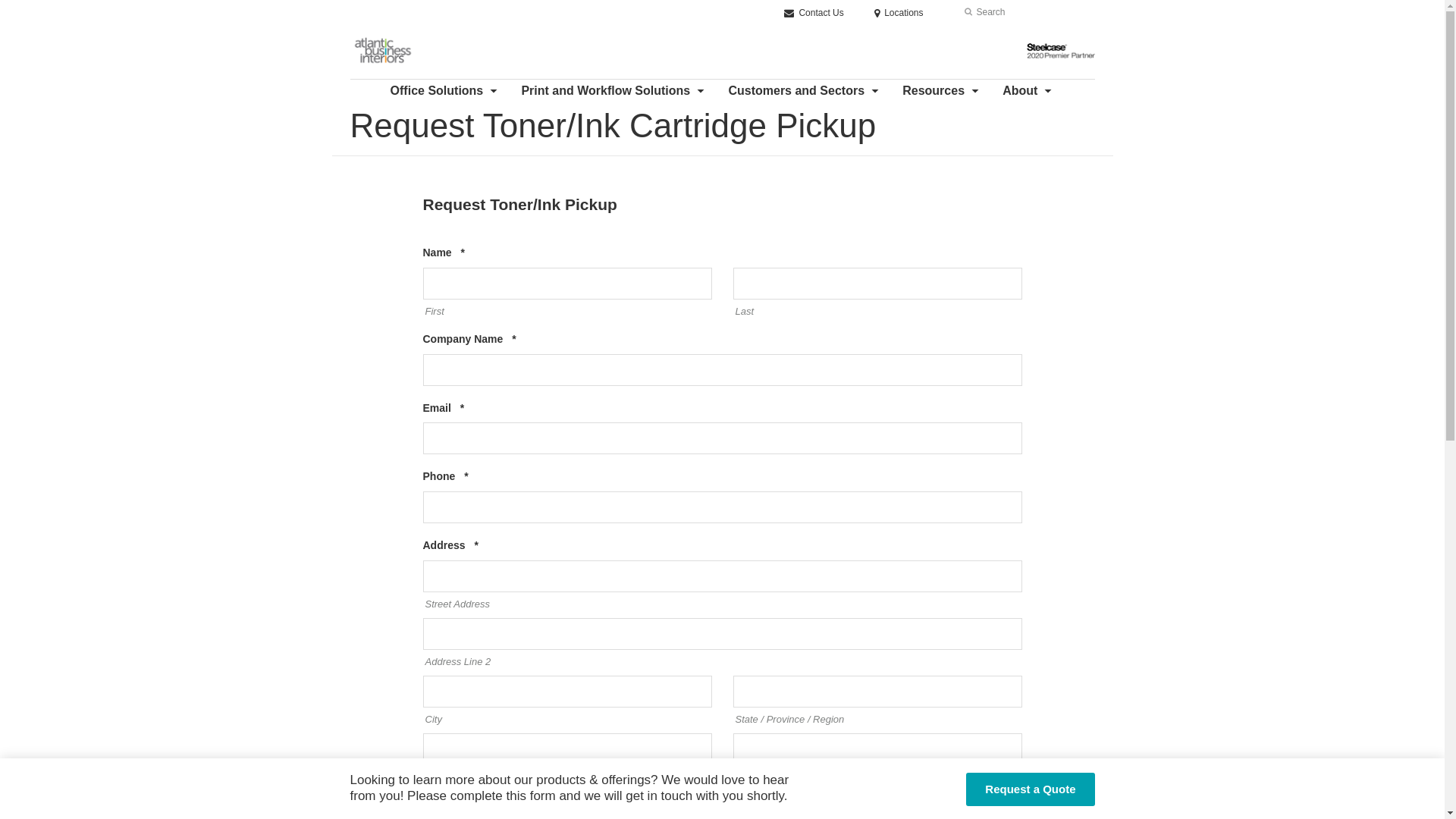 The height and width of the screenshot is (819, 1456). I want to click on 'Print and Workflow Solutions', so click(613, 90).